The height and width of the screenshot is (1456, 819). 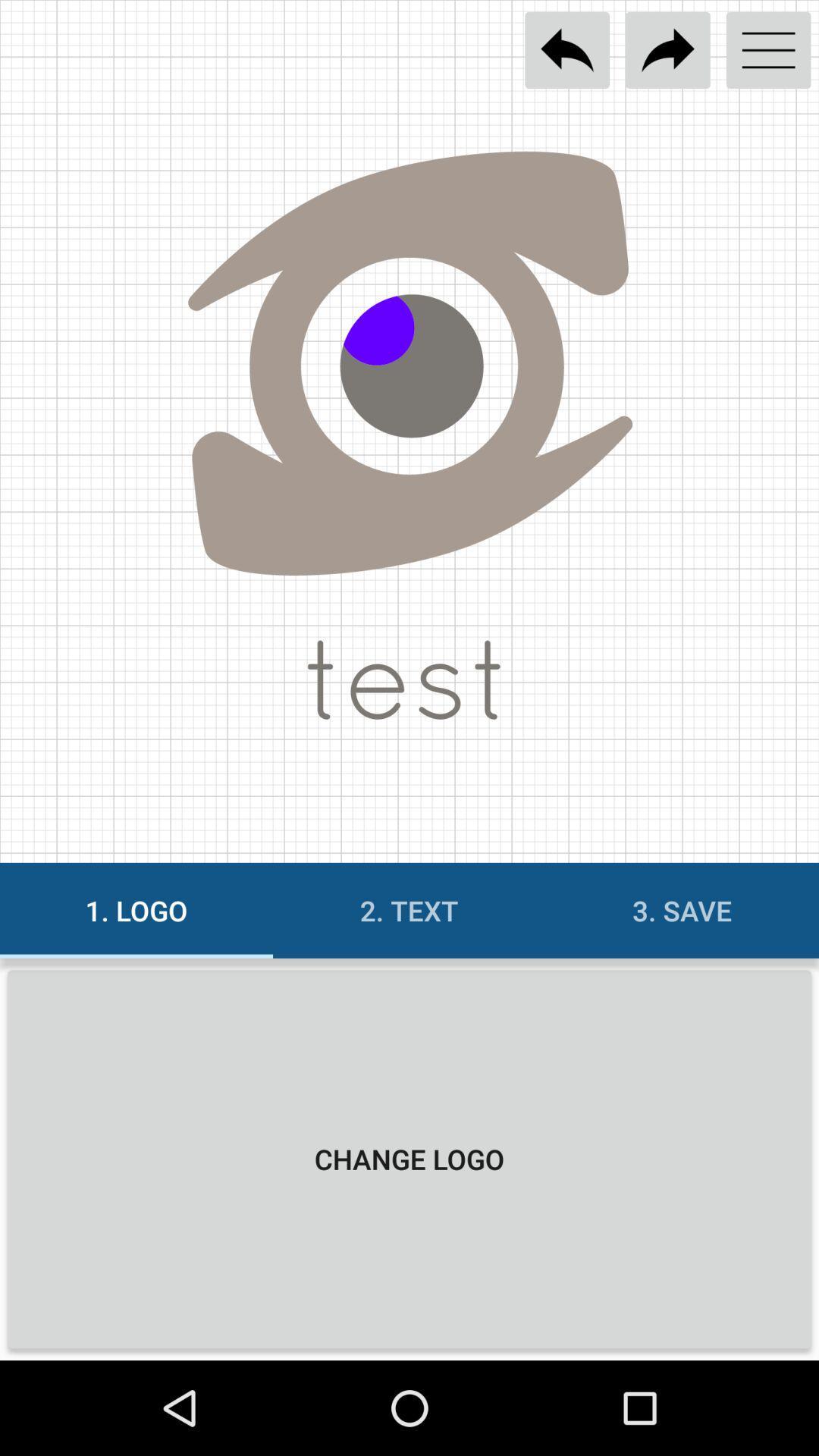 What do you see at coordinates (567, 50) in the screenshot?
I see `previous` at bounding box center [567, 50].